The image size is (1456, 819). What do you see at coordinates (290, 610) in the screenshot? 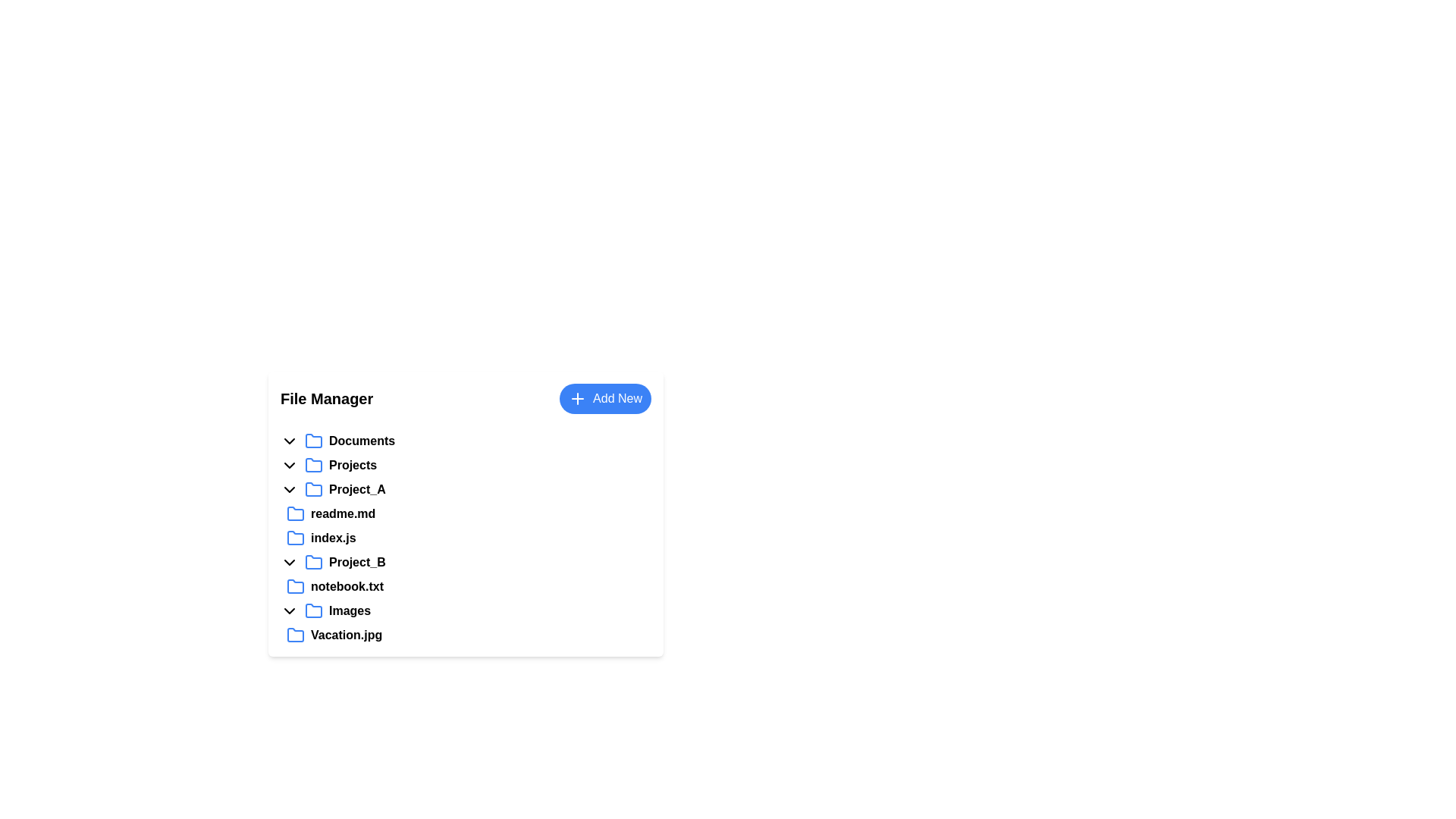
I see `the toggle button` at bounding box center [290, 610].